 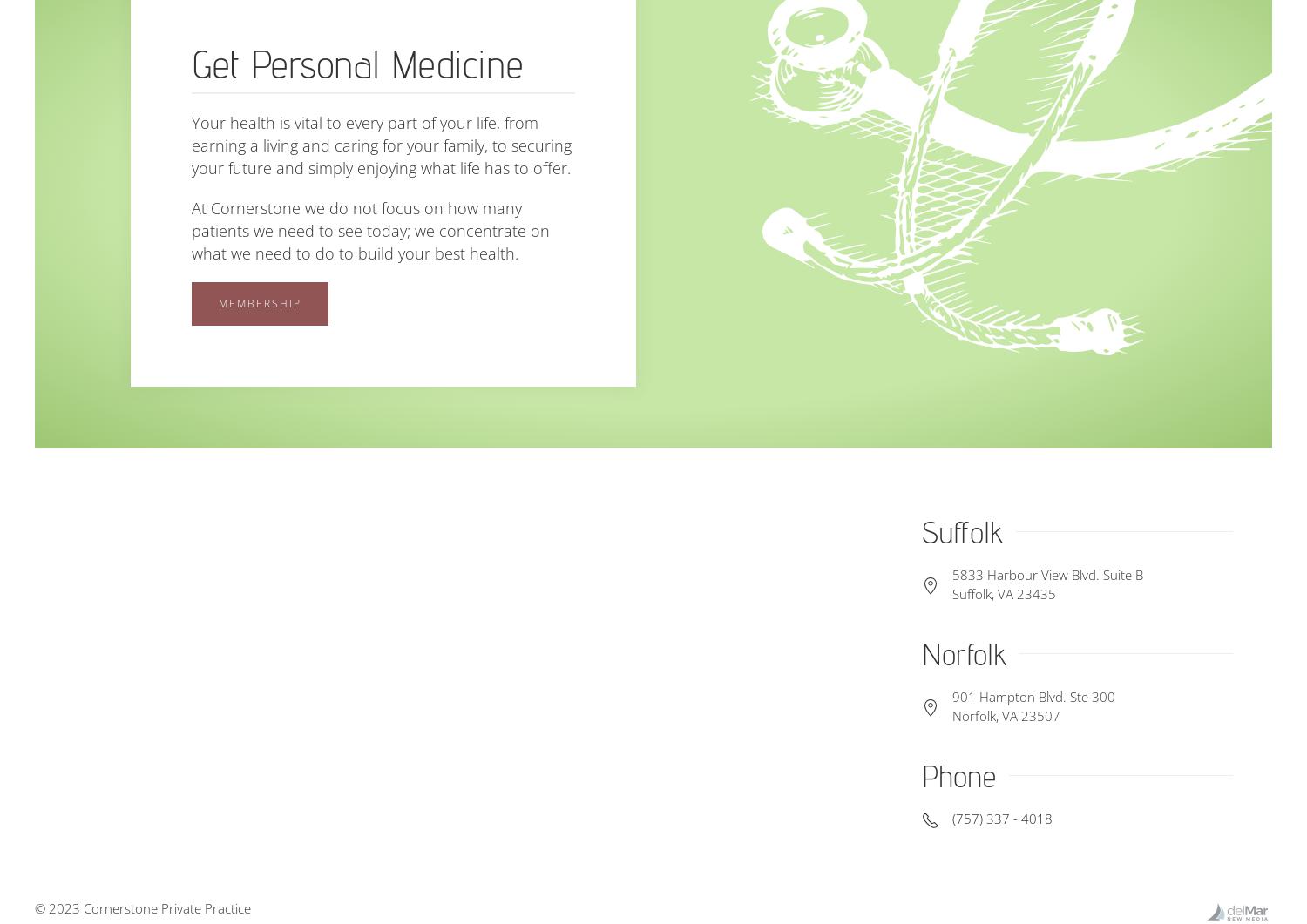 What do you see at coordinates (260, 301) in the screenshot?
I see `'Membership'` at bounding box center [260, 301].